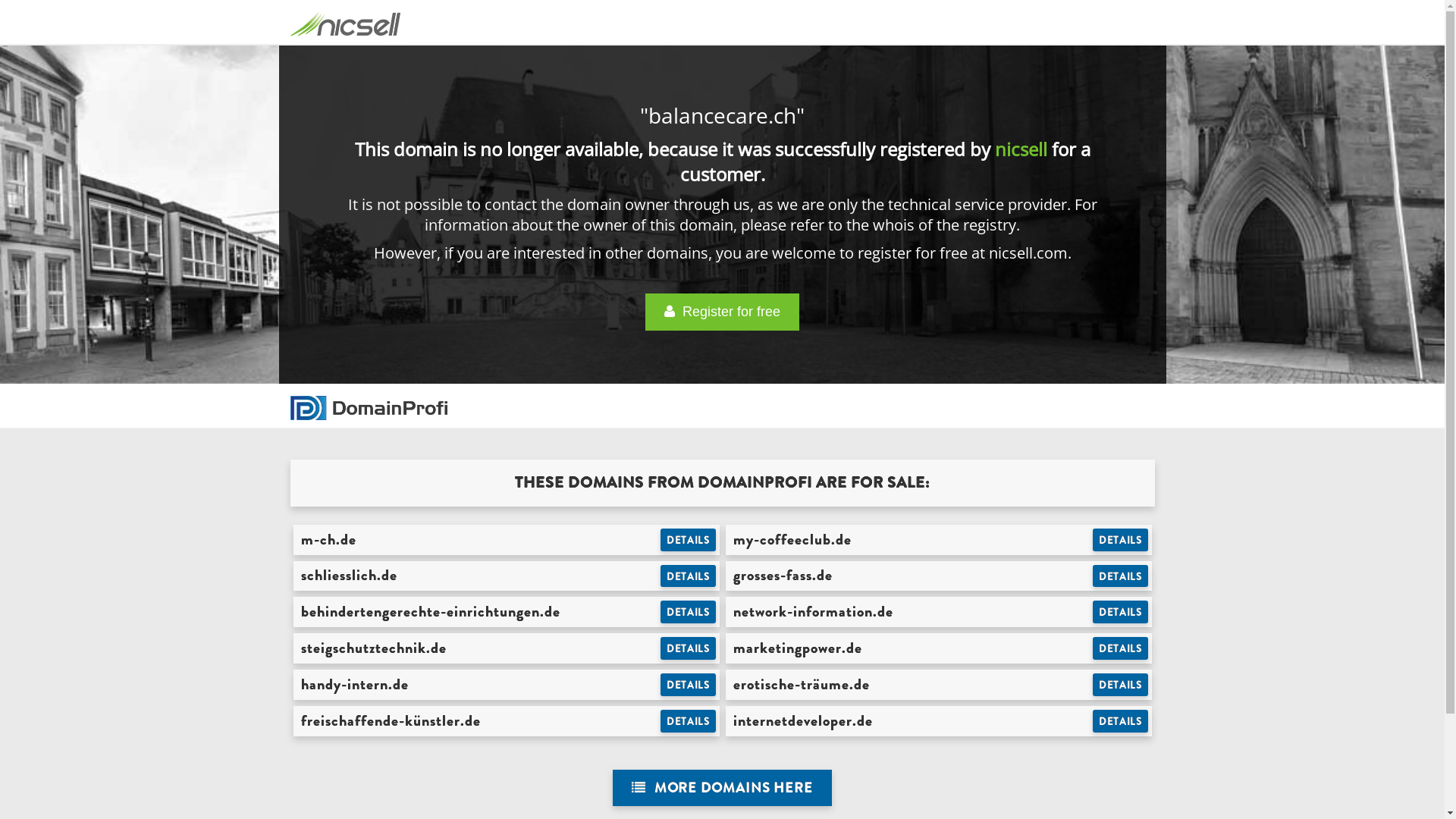 The image size is (1456, 819). Describe the element at coordinates (1120, 539) in the screenshot. I see `'DETAILS'` at that location.